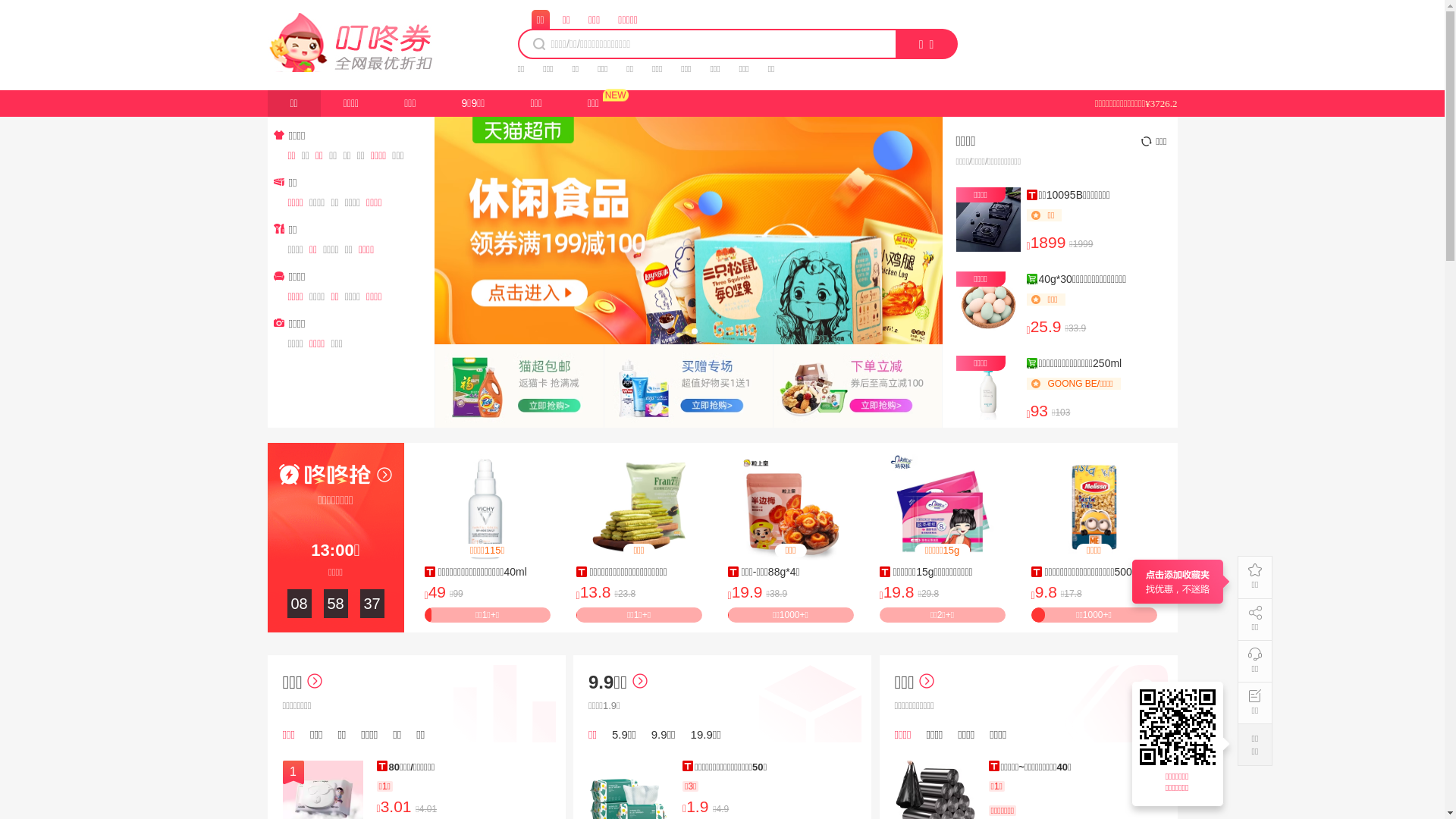  I want to click on 'https://www.200386.com', so click(1178, 726).